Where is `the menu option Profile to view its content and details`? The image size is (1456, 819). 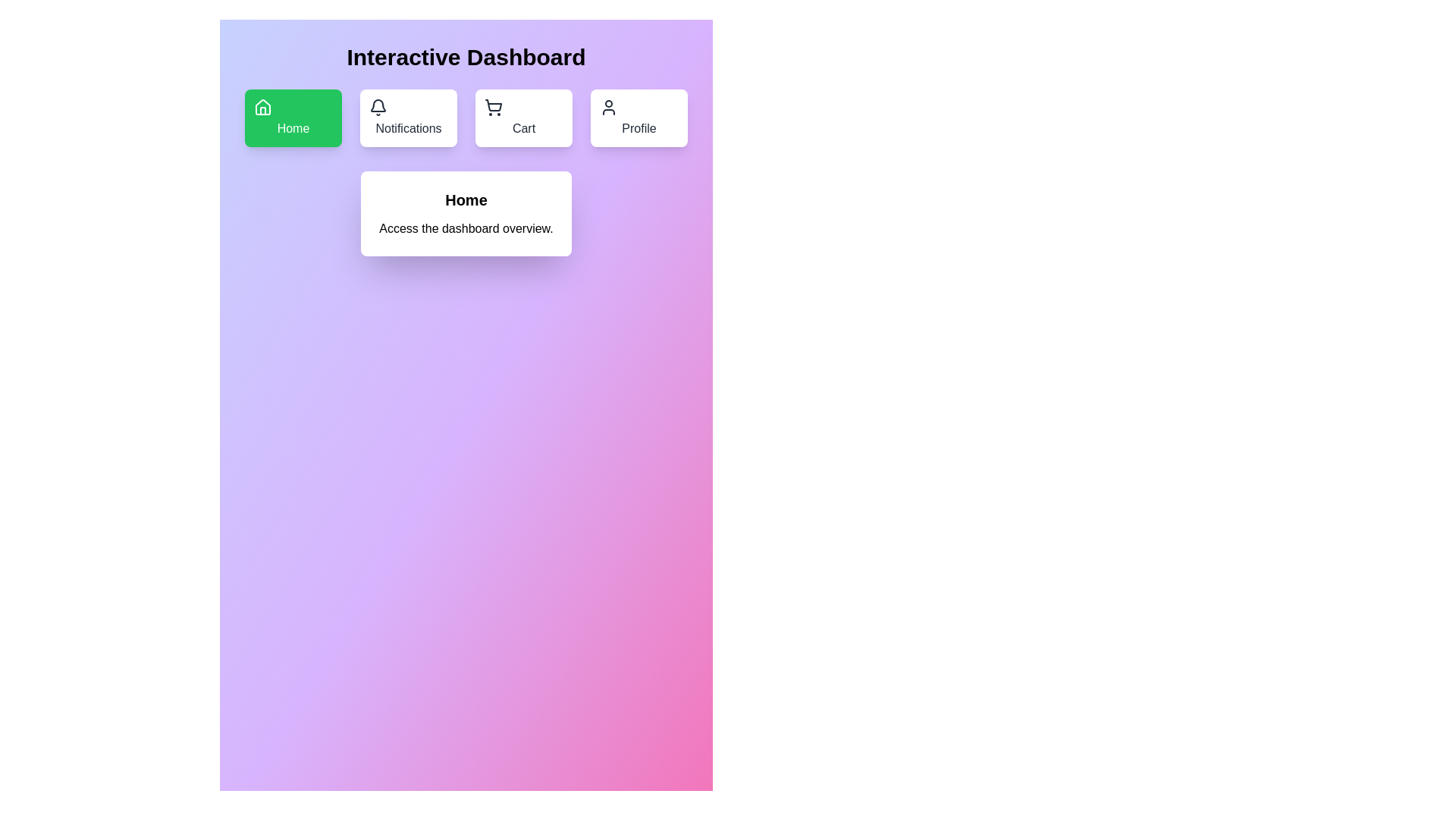 the menu option Profile to view its content and details is located at coordinates (639, 117).